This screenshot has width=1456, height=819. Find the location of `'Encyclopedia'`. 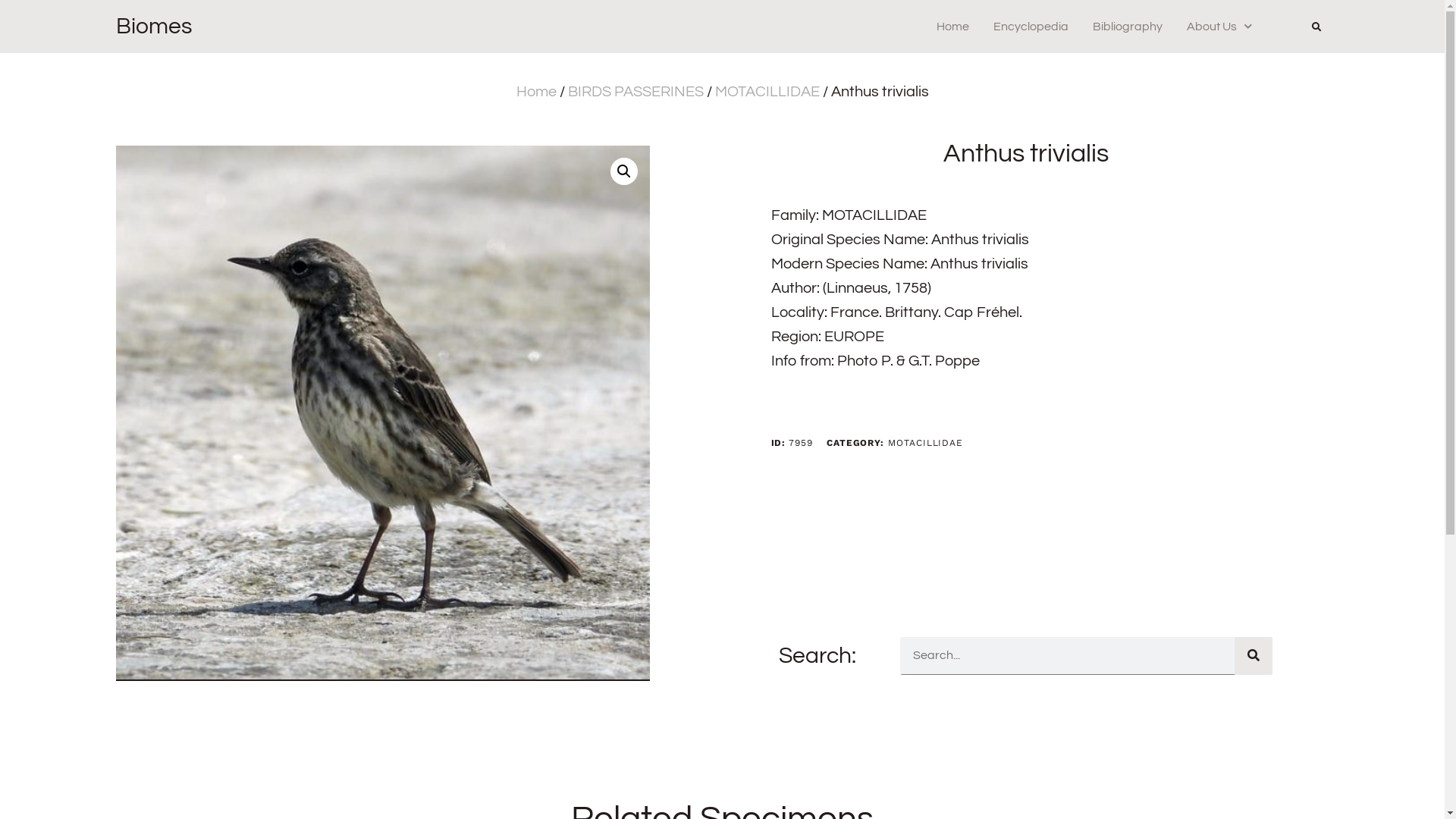

'Encyclopedia' is located at coordinates (1031, 26).